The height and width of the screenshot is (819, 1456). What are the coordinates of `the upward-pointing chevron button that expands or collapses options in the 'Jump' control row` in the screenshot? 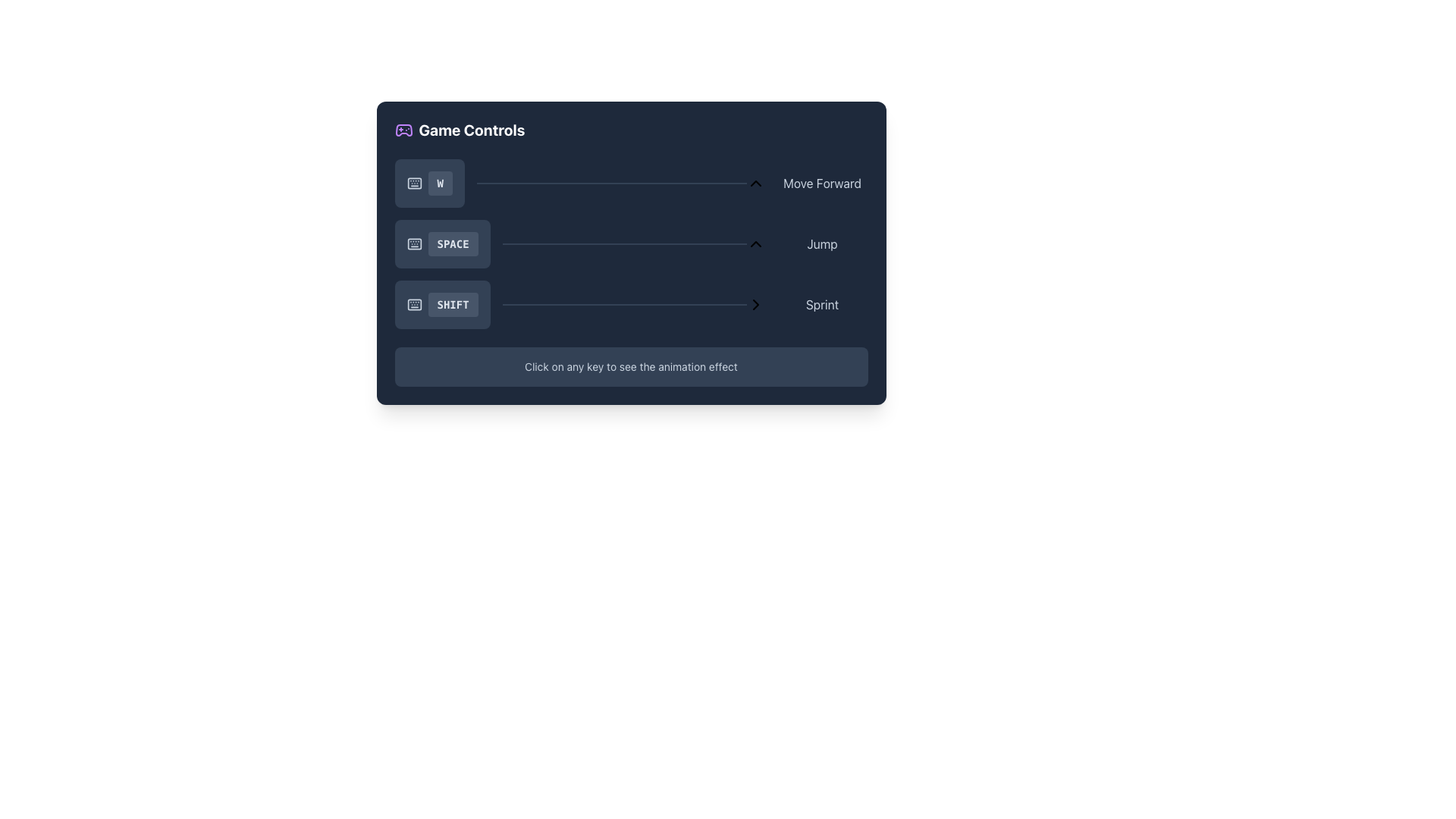 It's located at (755, 243).